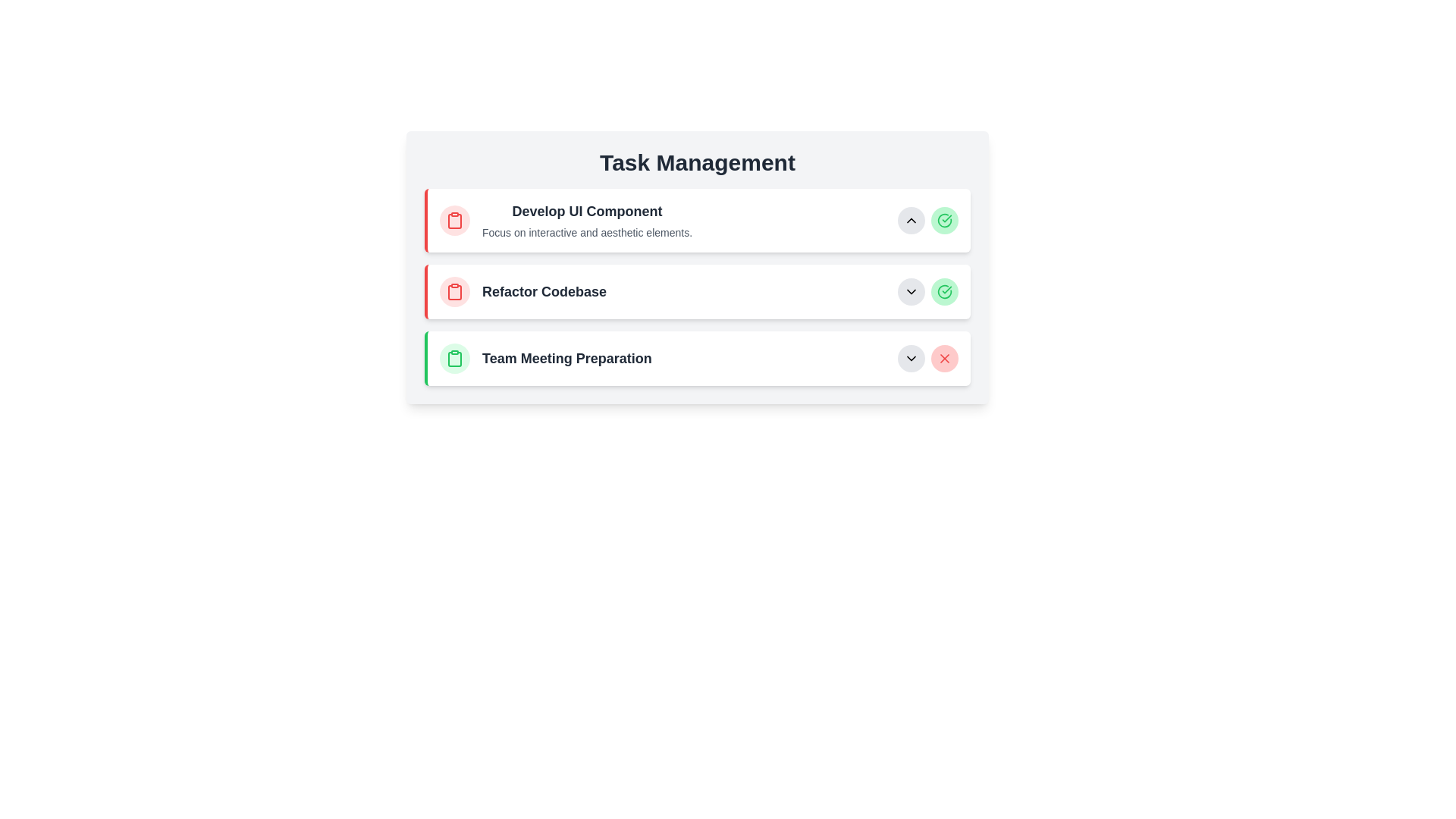 The width and height of the screenshot is (1456, 819). I want to click on the clipboard icon that represents the 'Develop UI Component' task, located to the left of its text label in the first task item under 'Task Management', so click(454, 220).